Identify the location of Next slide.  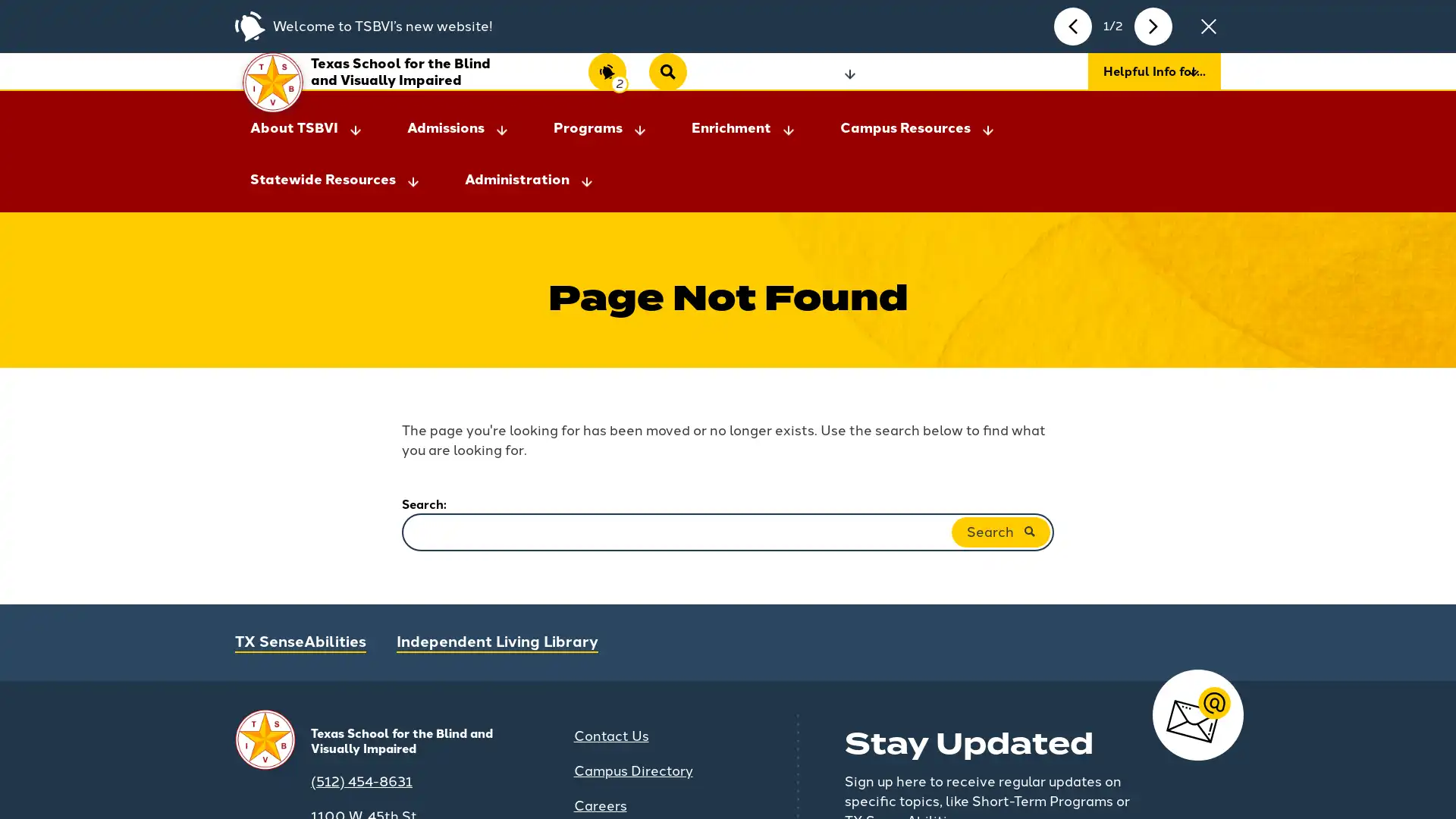
(1153, 26).